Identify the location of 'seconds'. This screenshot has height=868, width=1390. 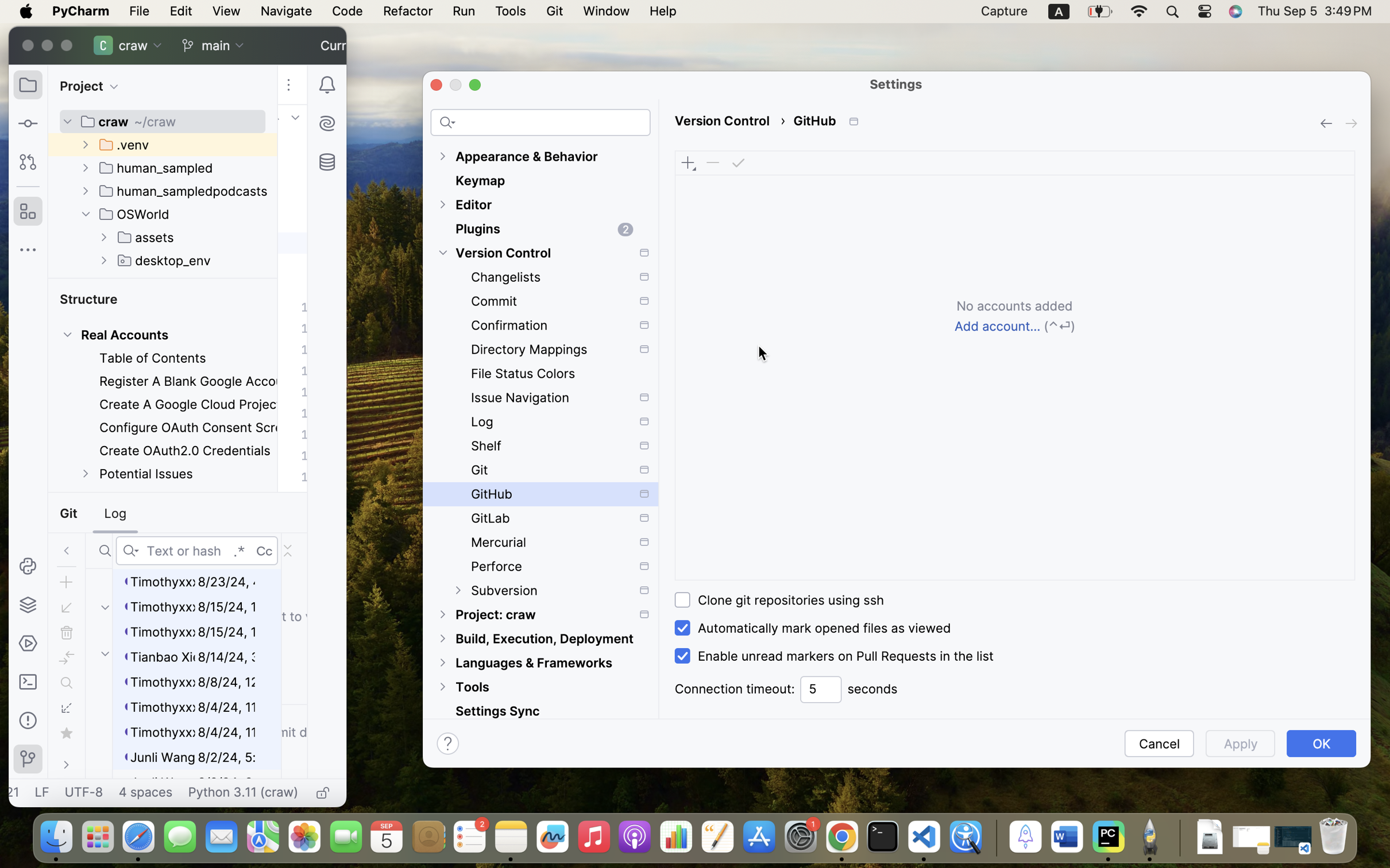
(872, 689).